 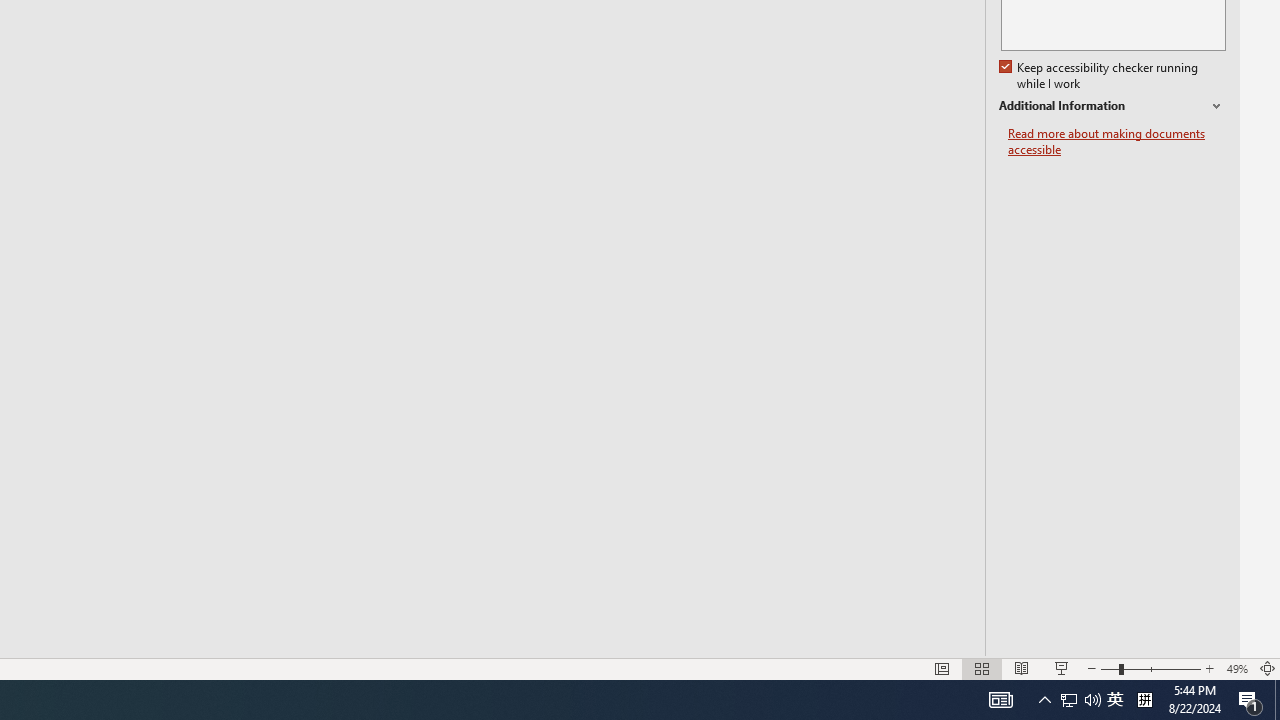 I want to click on 'Slide Sorter', so click(x=982, y=669).